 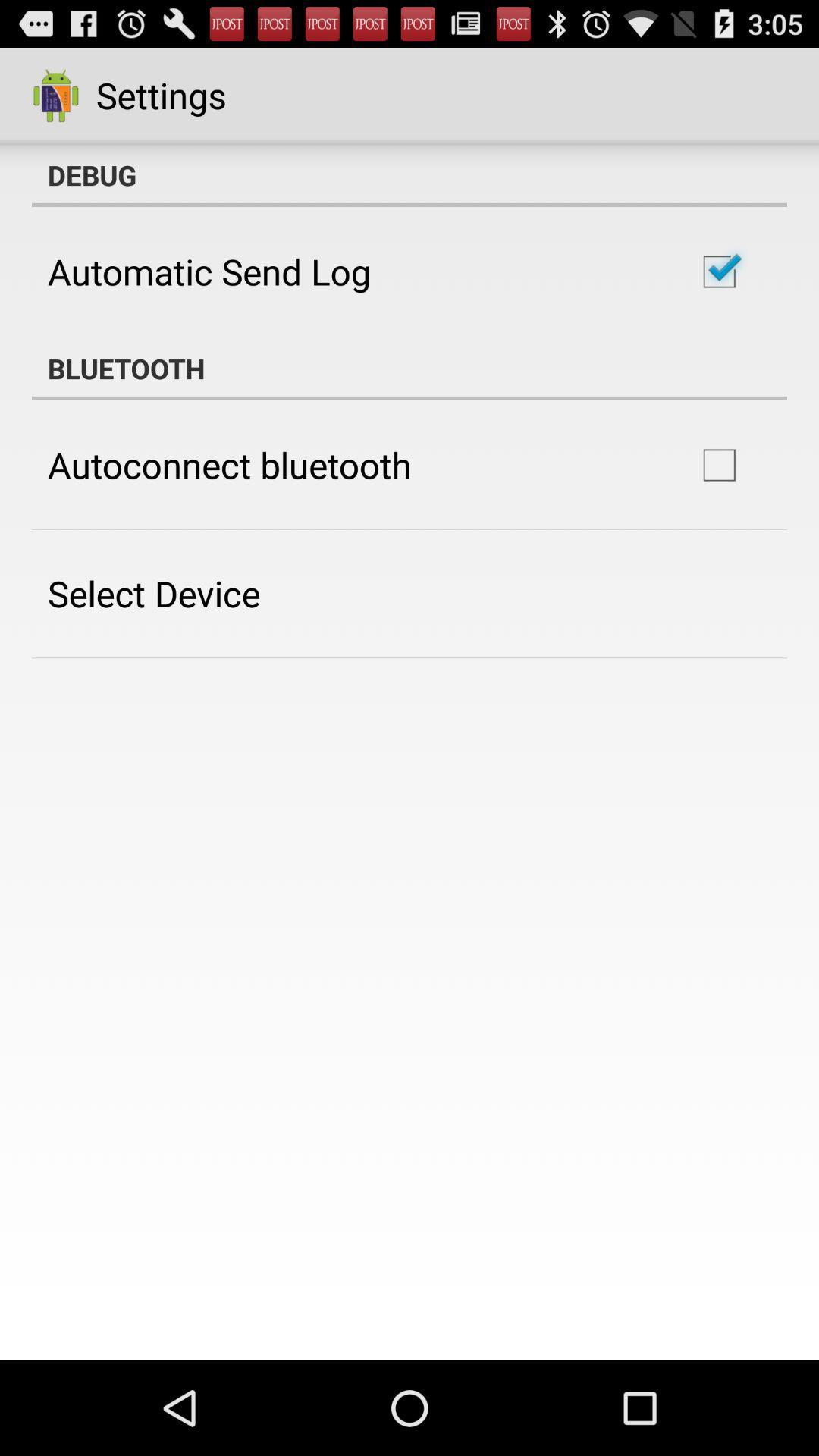 I want to click on app on the left, so click(x=154, y=592).